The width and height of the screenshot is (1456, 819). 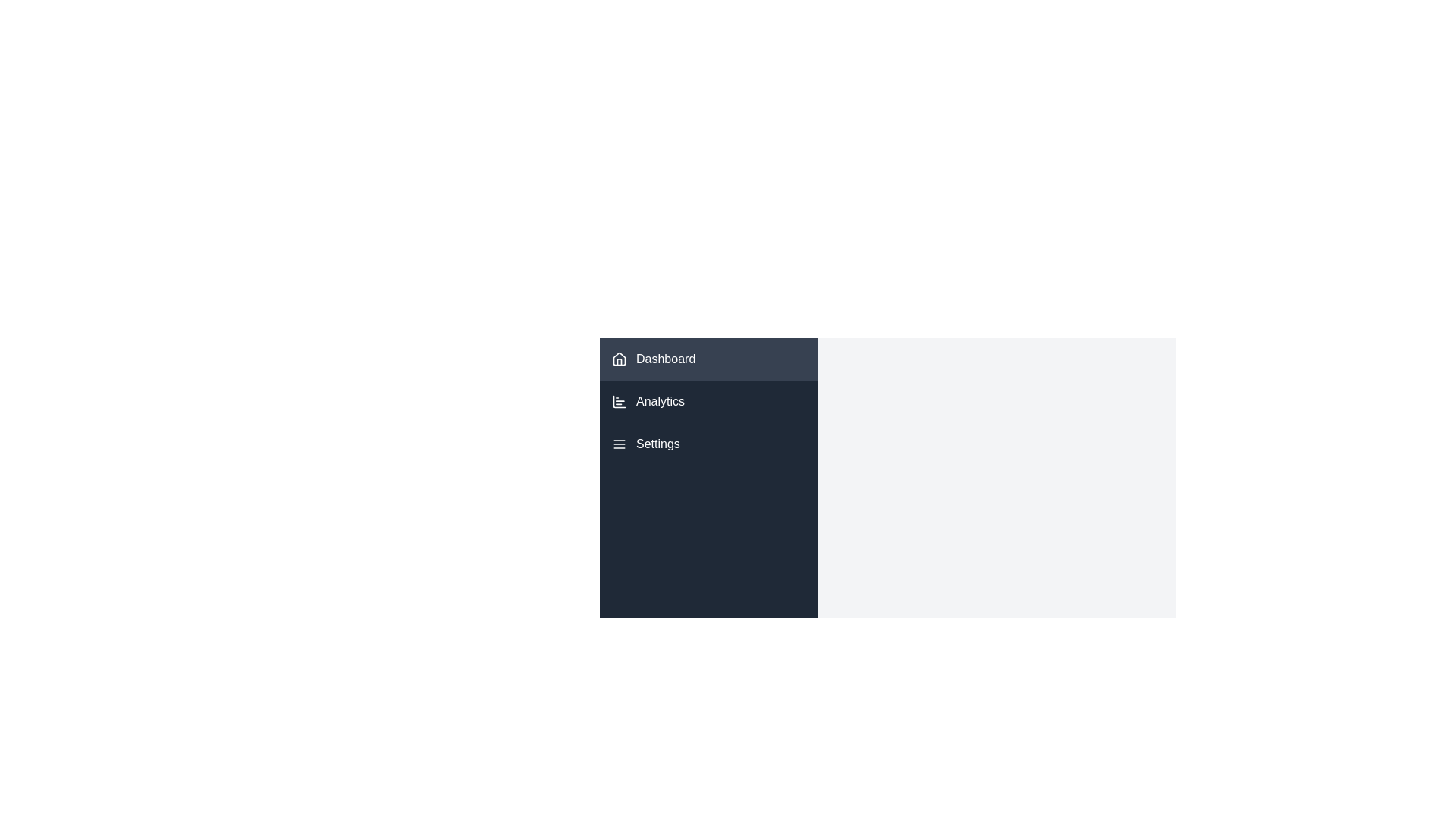 What do you see at coordinates (708, 400) in the screenshot?
I see `the navigational button for 'Analytics' located in the vertical menu of the sidebar, positioned below 'Dashboard' and above 'Settings'` at bounding box center [708, 400].